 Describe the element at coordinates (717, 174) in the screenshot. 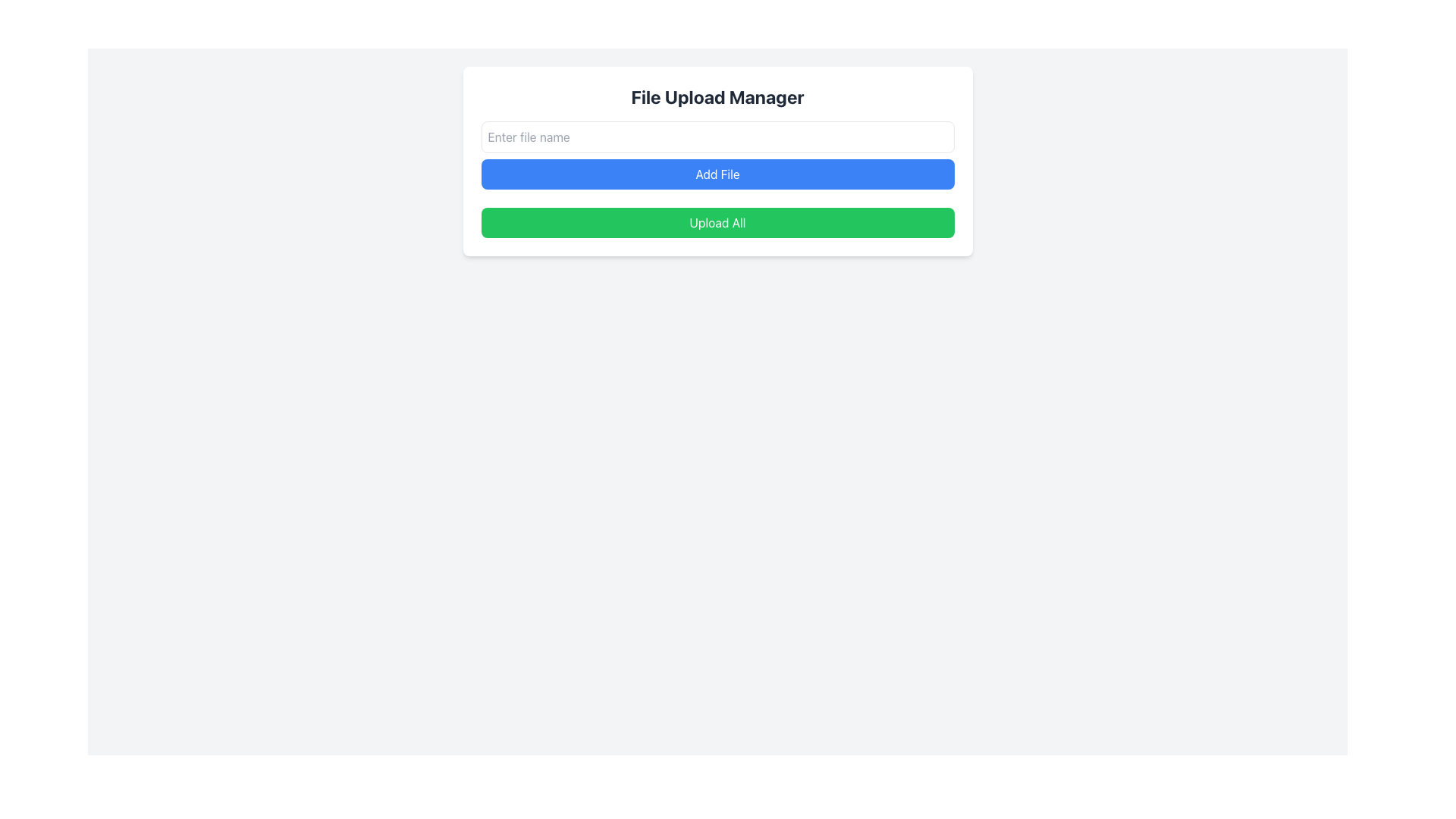

I see `the 'Add Files' button located centrally in the file upload form to observe the background color change` at that location.